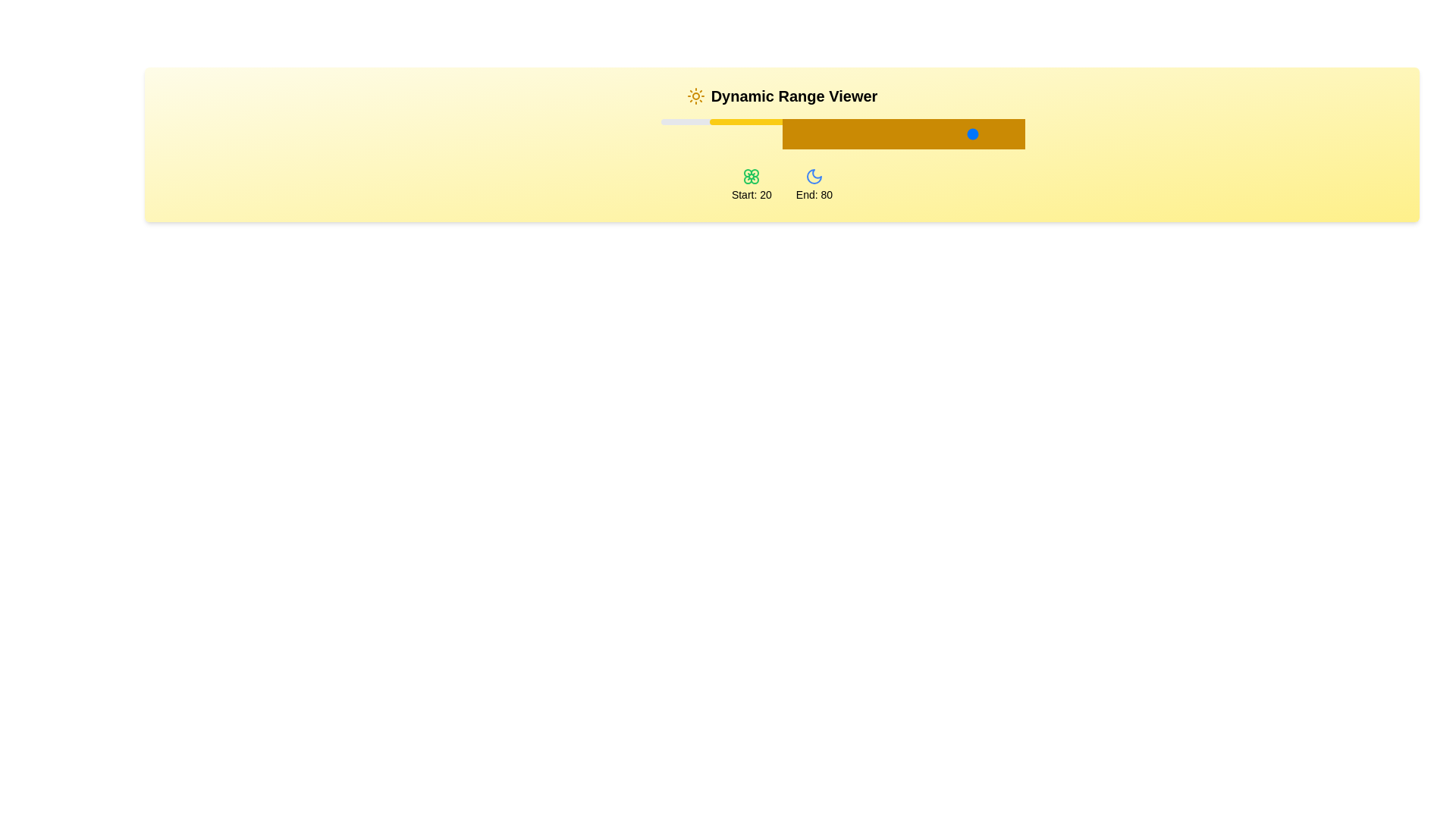 The height and width of the screenshot is (819, 1456). Describe the element at coordinates (814, 175) in the screenshot. I see `the crescent moon icon that indicates a nighttime theme, located at the top-center of the interface near the title label 'Dynamic Range Viewer'` at that location.